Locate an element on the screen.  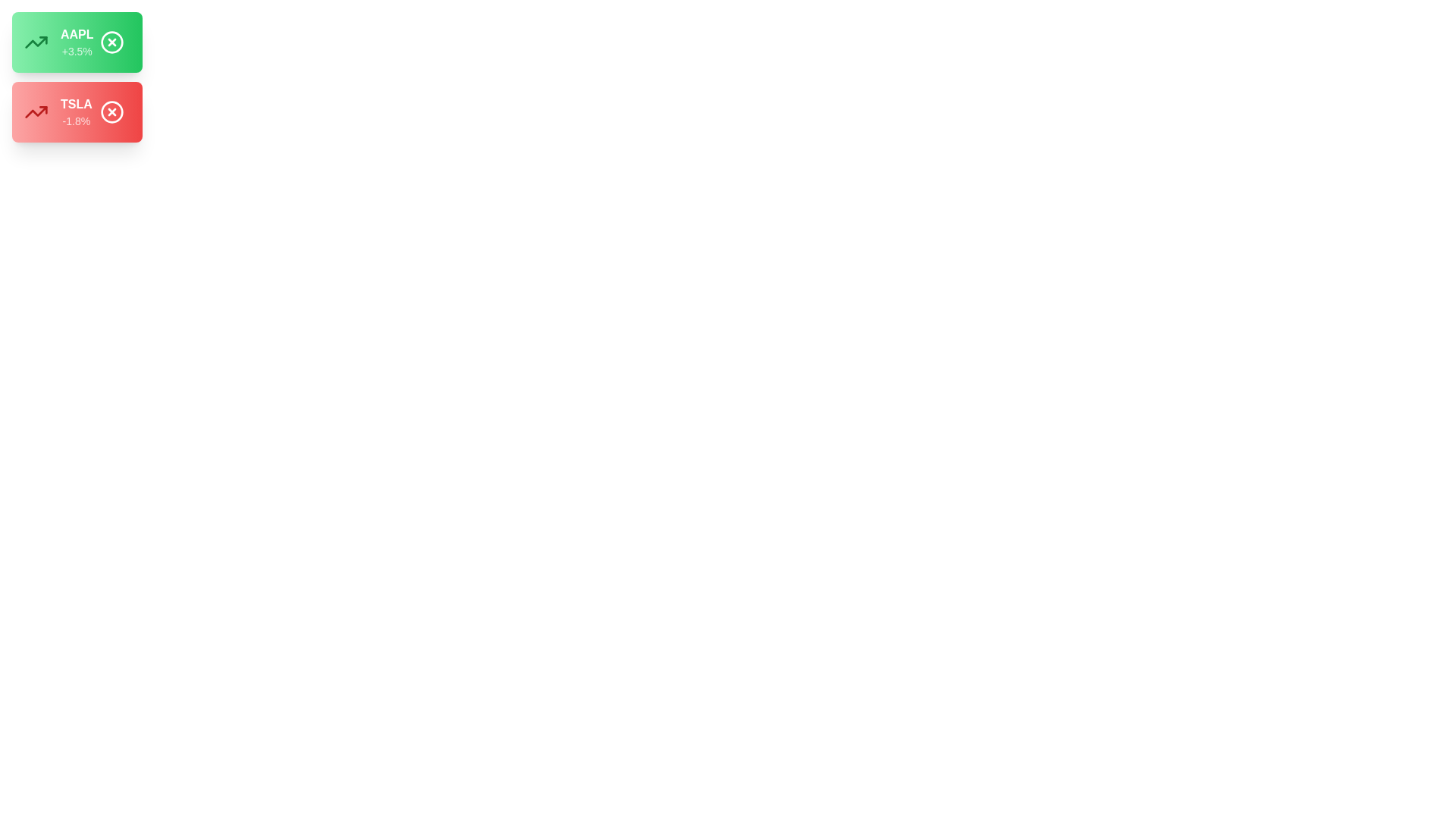
the close button of the alert corresponding to AAPL is located at coordinates (111, 42).